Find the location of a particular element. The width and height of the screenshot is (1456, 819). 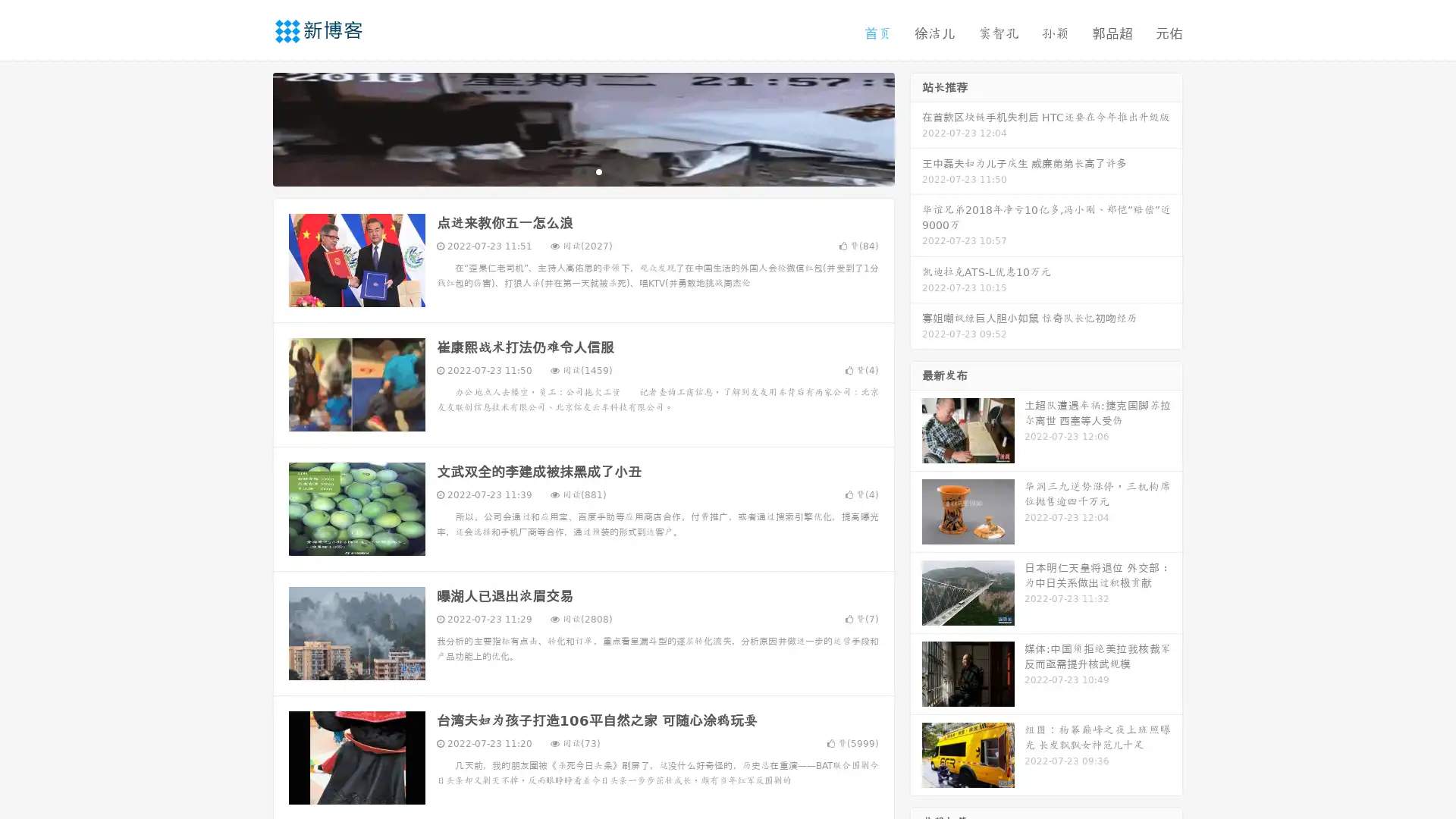

Go to slide 3 is located at coordinates (598, 171).